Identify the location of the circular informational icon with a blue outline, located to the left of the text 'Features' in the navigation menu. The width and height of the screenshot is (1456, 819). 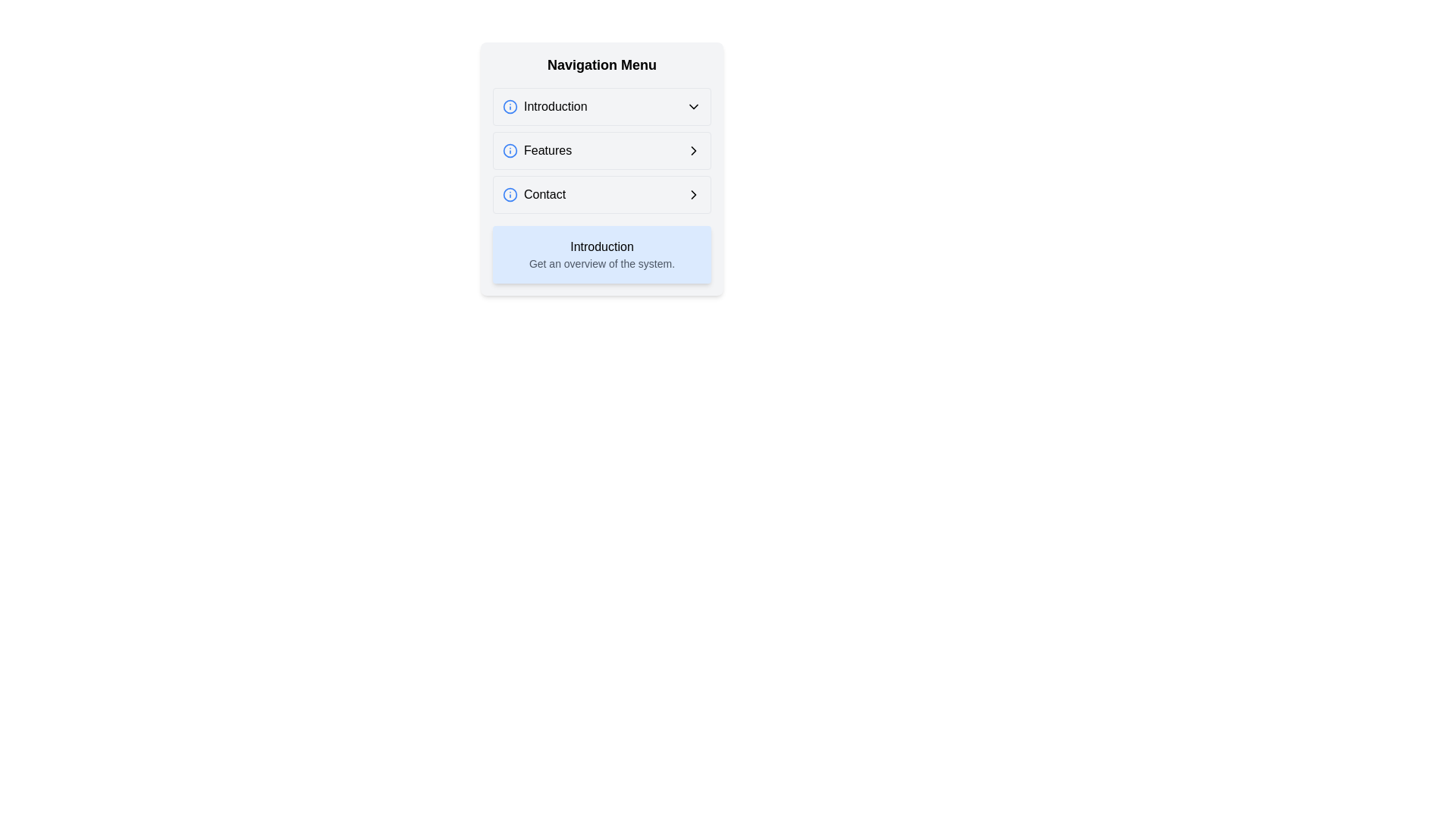
(510, 151).